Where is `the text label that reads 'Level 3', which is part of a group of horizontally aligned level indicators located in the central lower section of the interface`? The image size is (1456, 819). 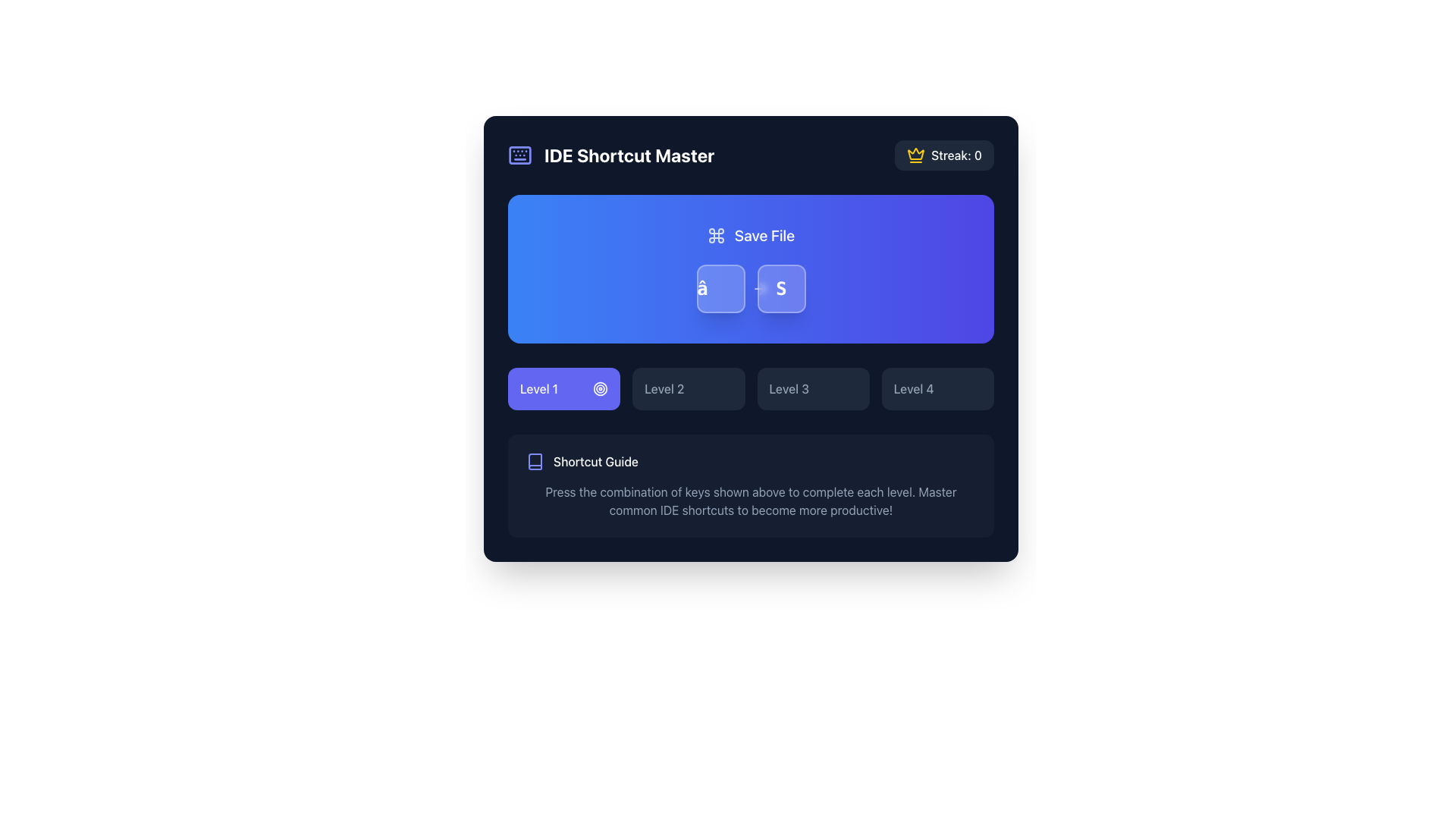 the text label that reads 'Level 3', which is part of a group of horizontally aligned level indicators located in the central lower section of the interface is located at coordinates (789, 388).